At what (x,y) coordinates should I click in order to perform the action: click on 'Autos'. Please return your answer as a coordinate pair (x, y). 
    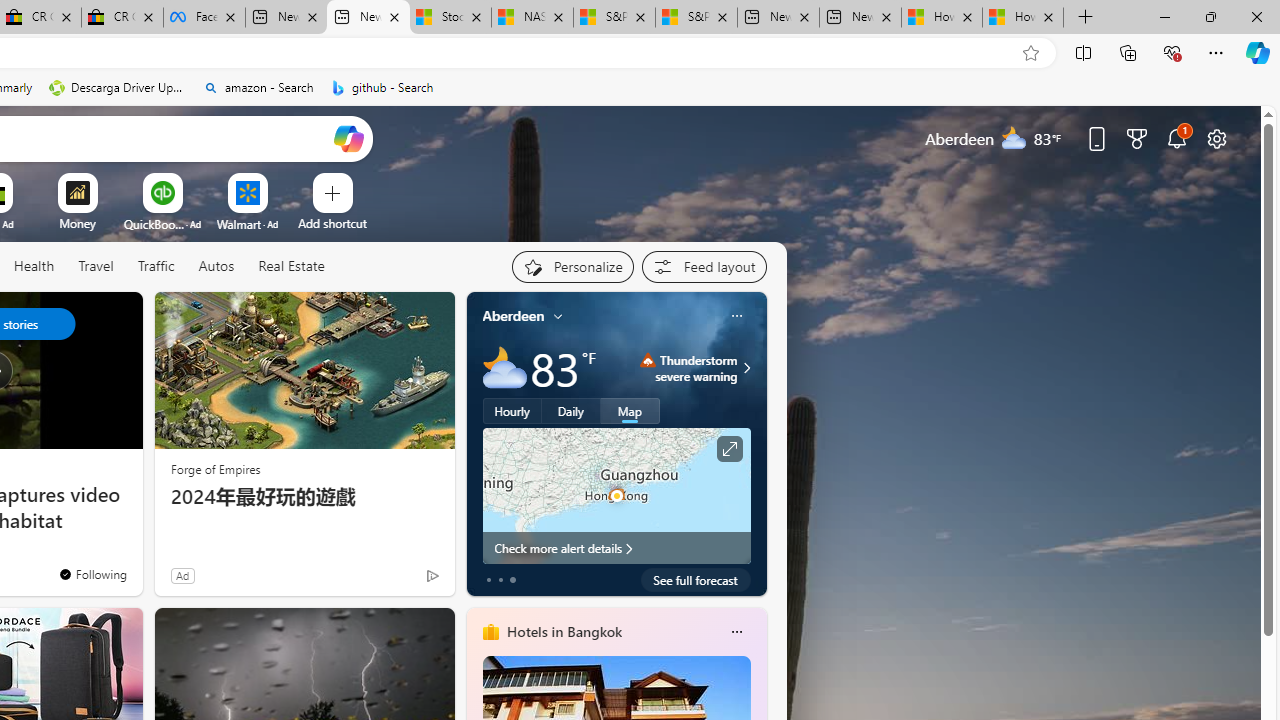
    Looking at the image, I should click on (216, 266).